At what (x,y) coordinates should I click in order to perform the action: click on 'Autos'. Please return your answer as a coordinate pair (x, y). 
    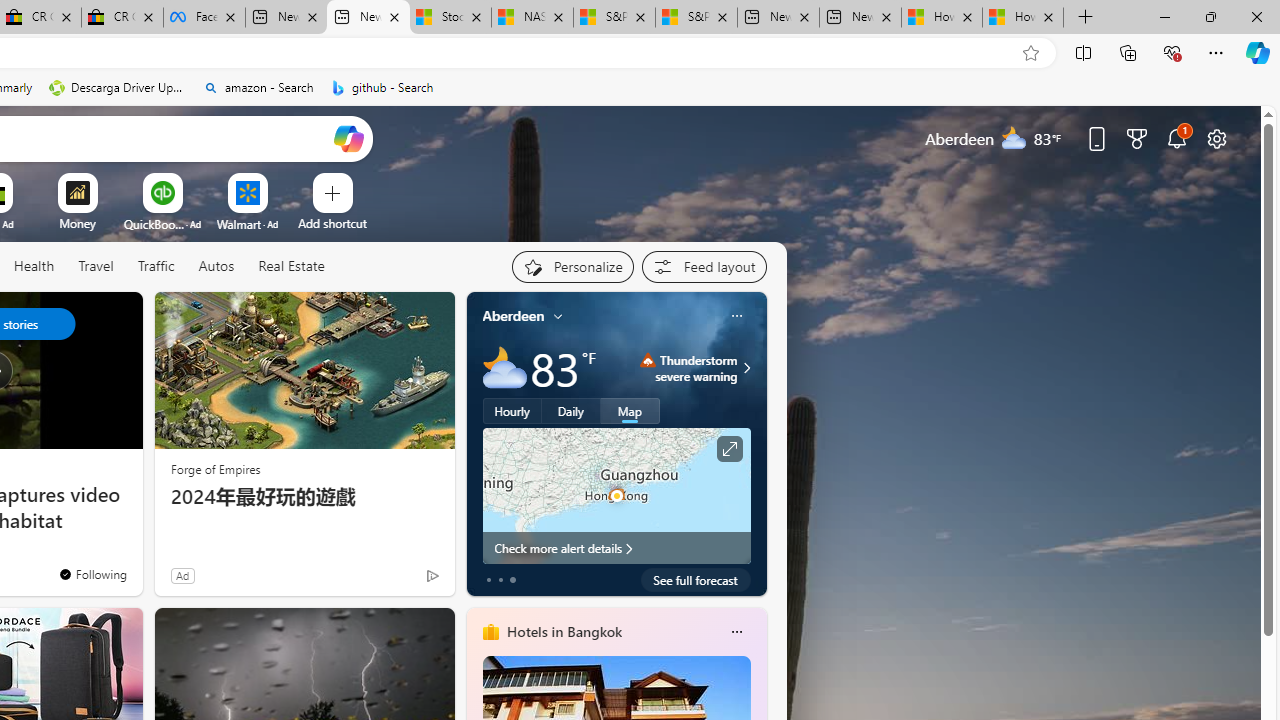
    Looking at the image, I should click on (216, 266).